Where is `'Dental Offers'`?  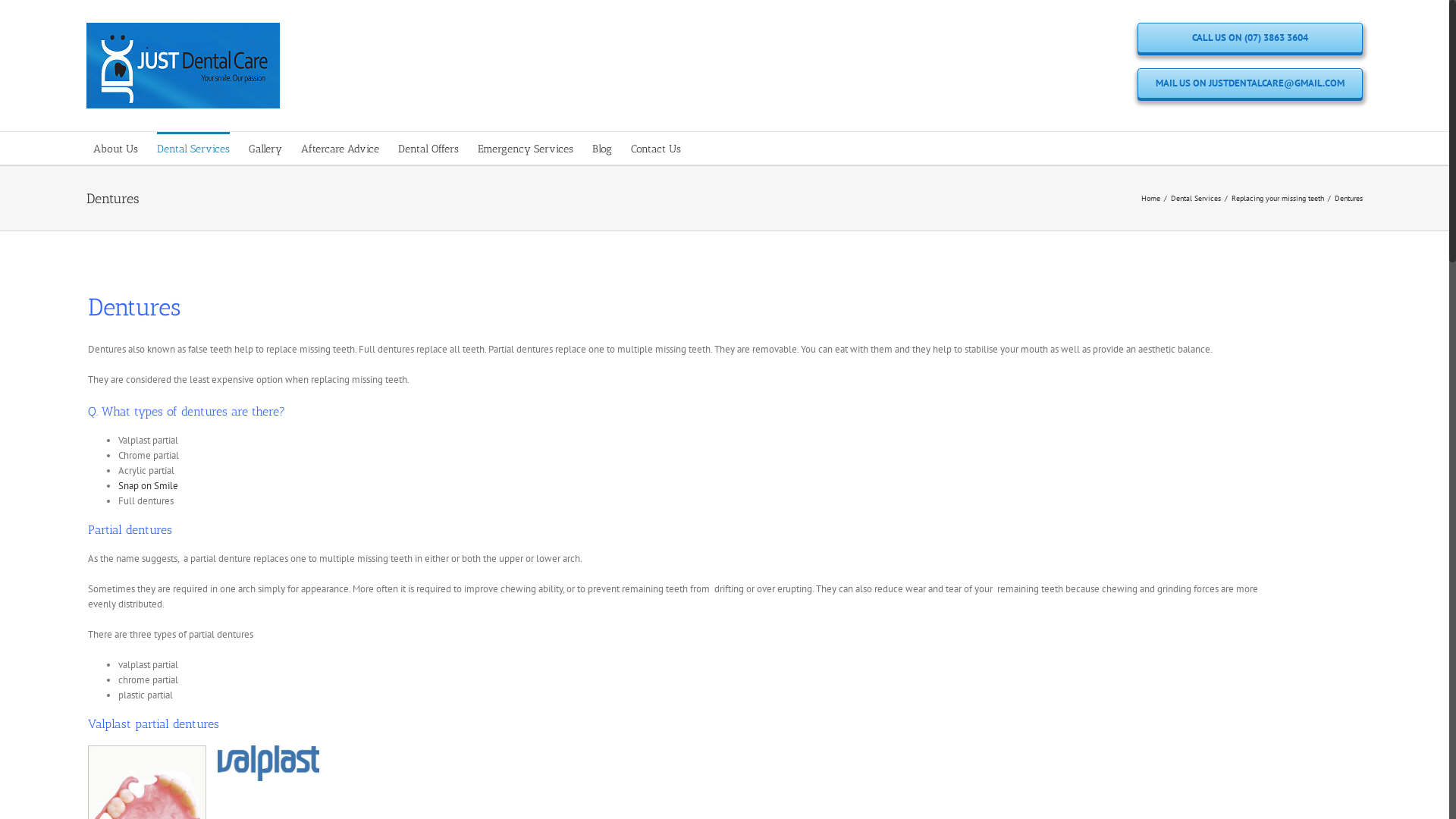
'Dental Offers' is located at coordinates (428, 148).